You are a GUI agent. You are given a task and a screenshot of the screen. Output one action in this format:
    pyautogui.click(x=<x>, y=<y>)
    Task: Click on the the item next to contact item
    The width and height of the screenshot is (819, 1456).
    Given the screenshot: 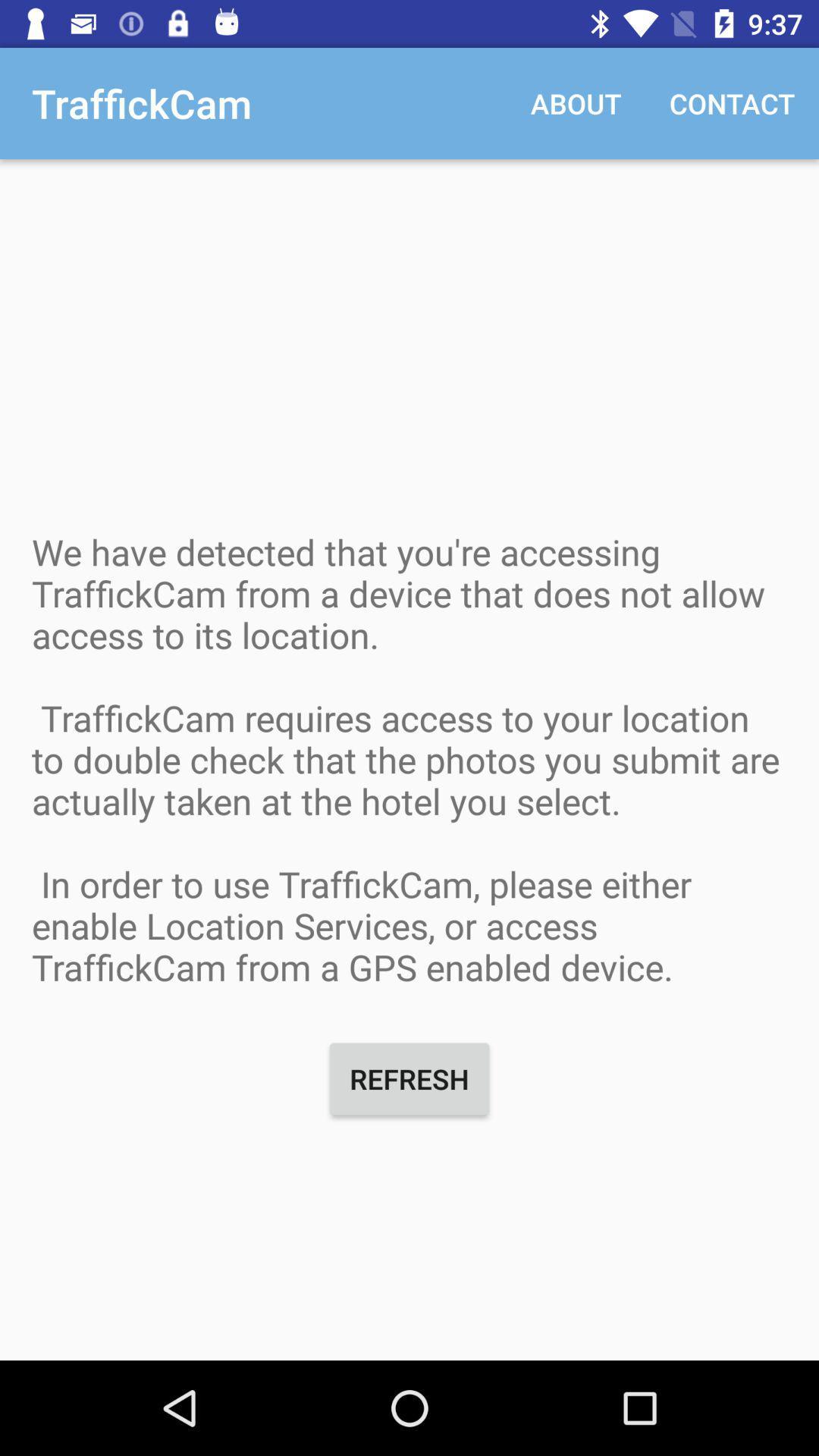 What is the action you would take?
    pyautogui.click(x=576, y=102)
    